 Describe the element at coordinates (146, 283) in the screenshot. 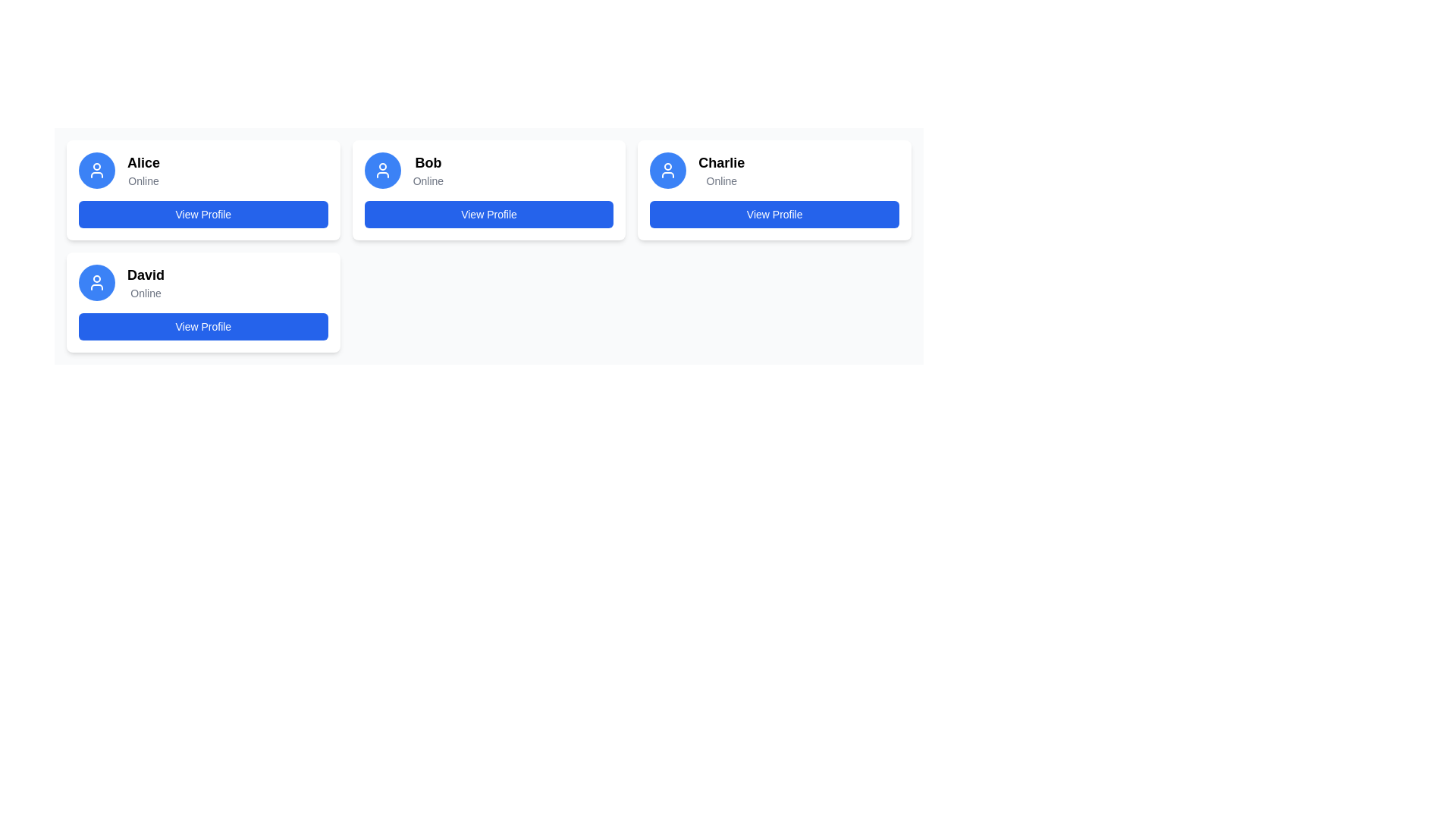

I see `the text display that shows the name 'David' and indicates online status, located in the third profile card of the second row, to the right of the avatar icon and above the 'View Profile' button` at that location.